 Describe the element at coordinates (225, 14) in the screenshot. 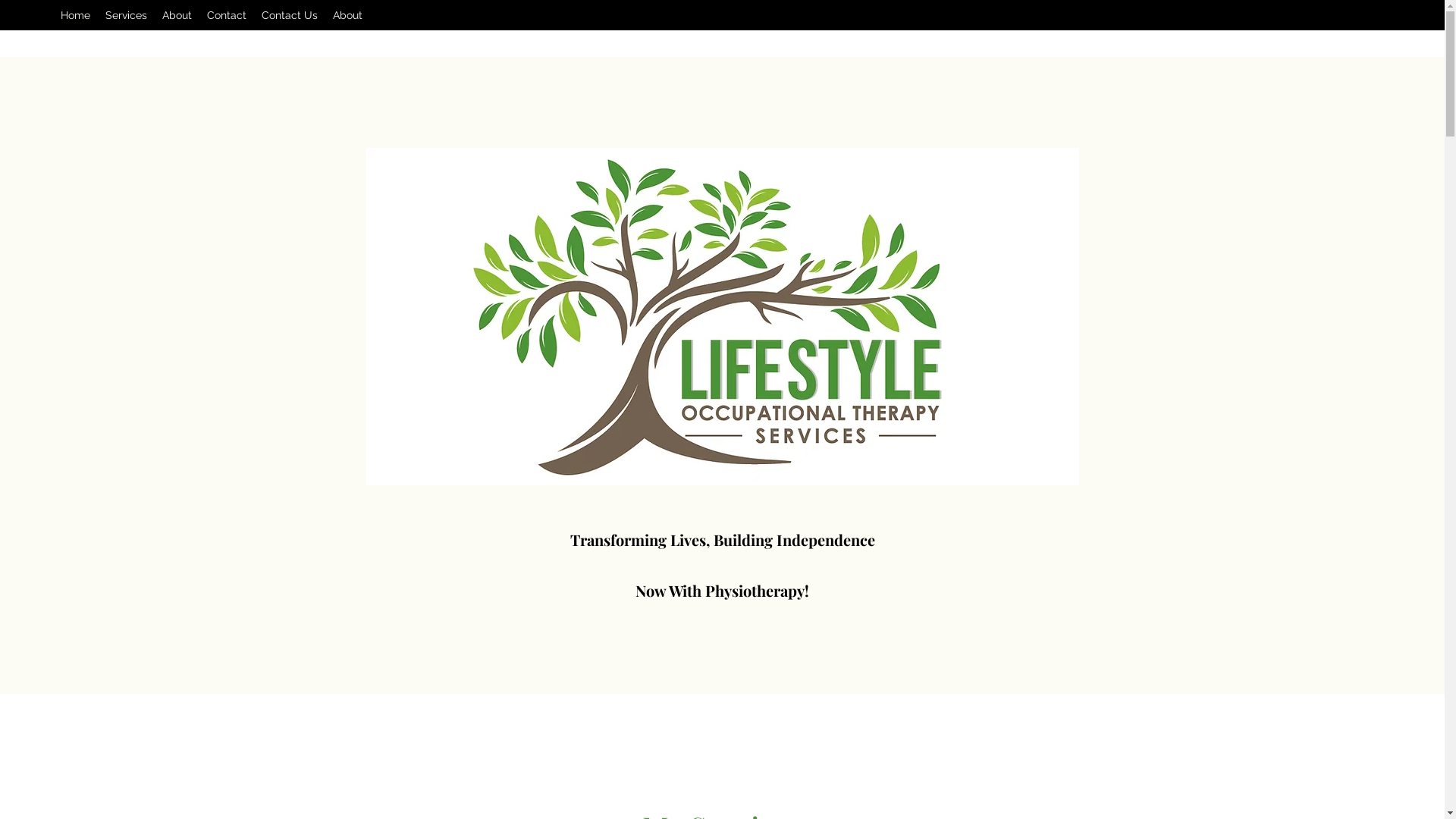

I see `'Contact'` at that location.